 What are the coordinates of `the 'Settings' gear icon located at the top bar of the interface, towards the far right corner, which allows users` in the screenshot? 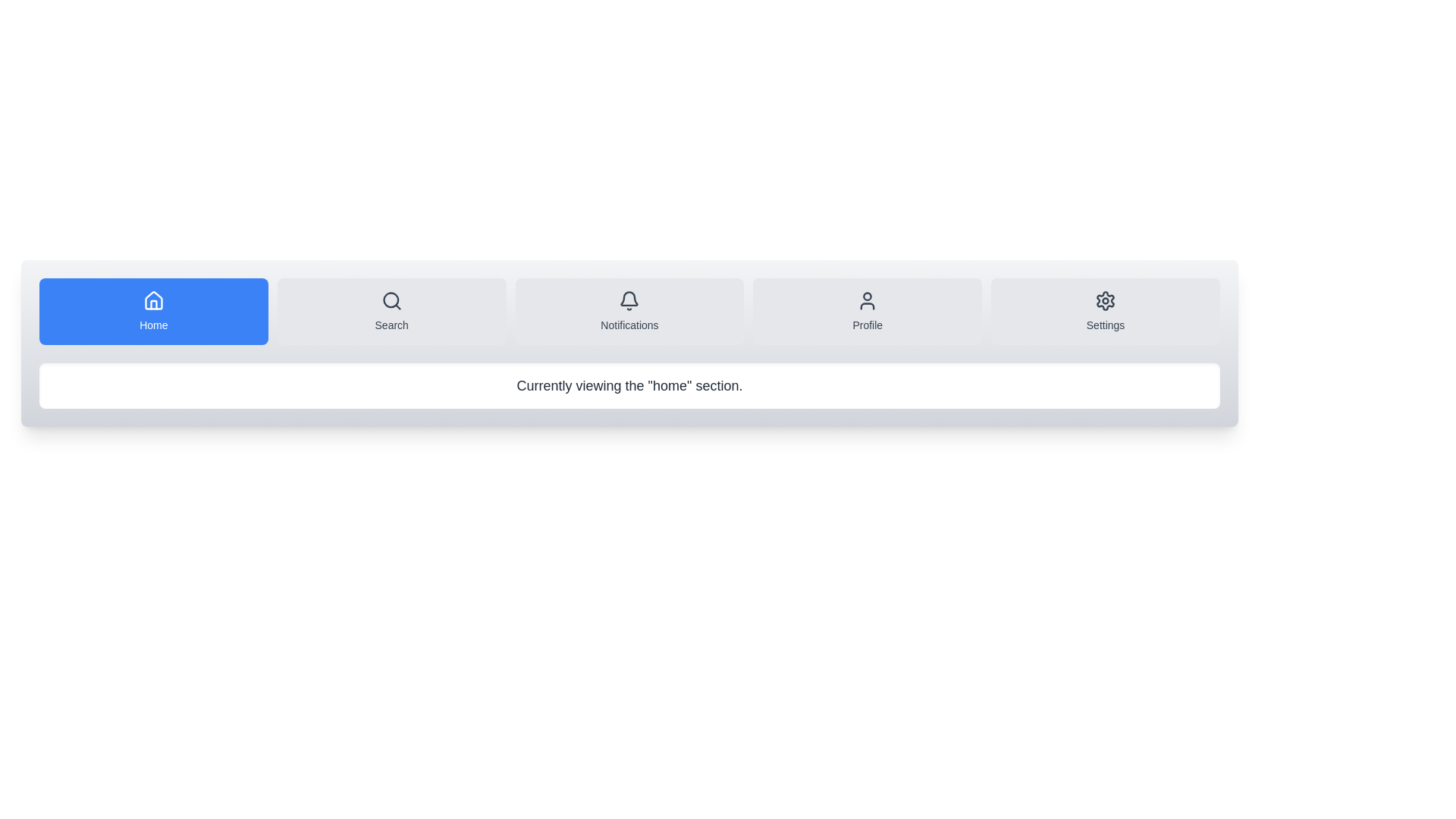 It's located at (1106, 301).